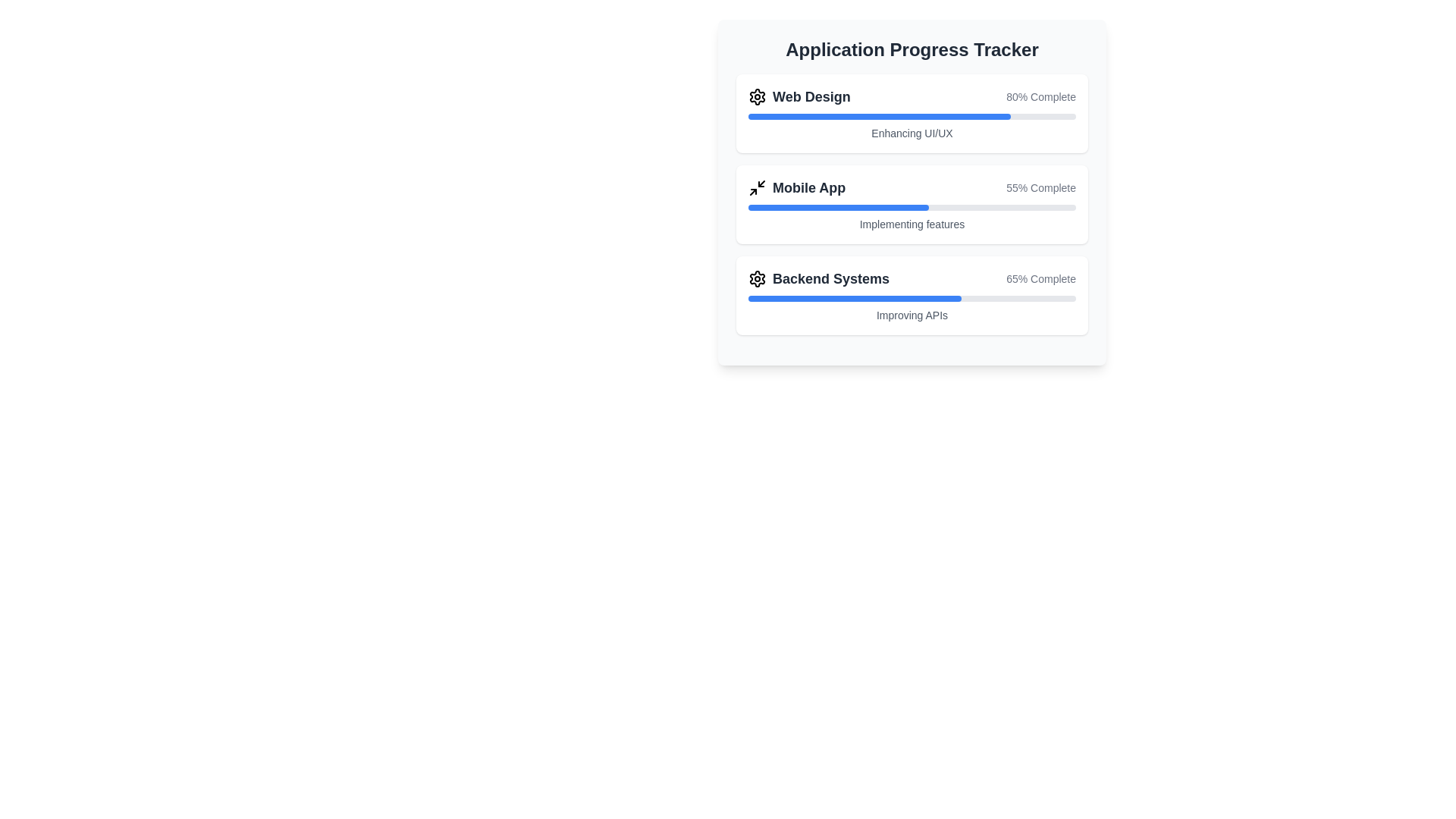 The height and width of the screenshot is (819, 1456). What do you see at coordinates (912, 133) in the screenshot?
I see `the text label reading 'Enhancing UI/UX' located in the 'Web Design' section of the 'Application Progress Tracker' interface, positioned below the '80% Complete' progress bar` at bounding box center [912, 133].